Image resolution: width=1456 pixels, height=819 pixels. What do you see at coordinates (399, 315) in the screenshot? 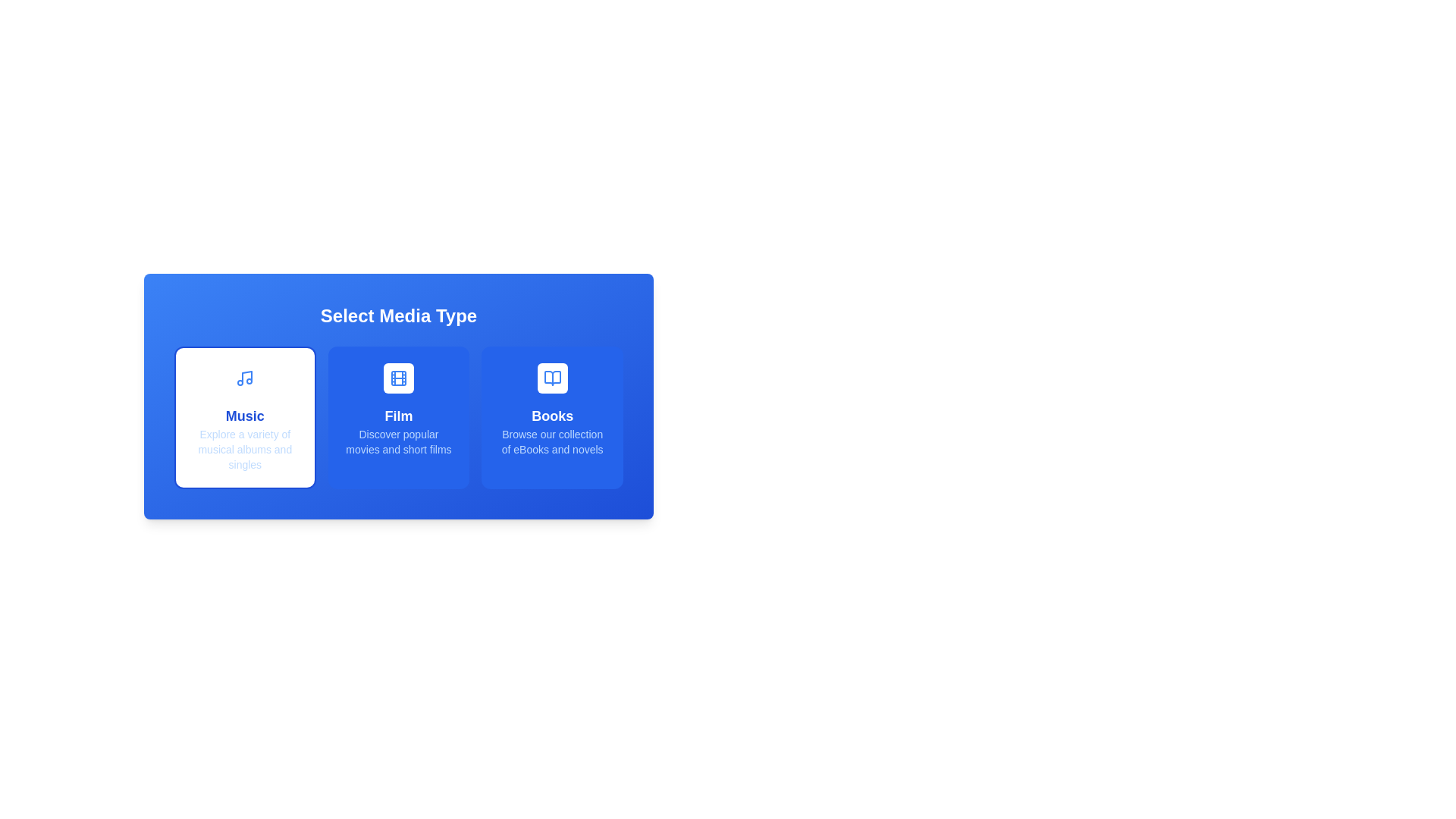
I see `the text element labeled 'Select Media Type' which is styled in bold and is located at the top of a card with a gradient blue background` at bounding box center [399, 315].